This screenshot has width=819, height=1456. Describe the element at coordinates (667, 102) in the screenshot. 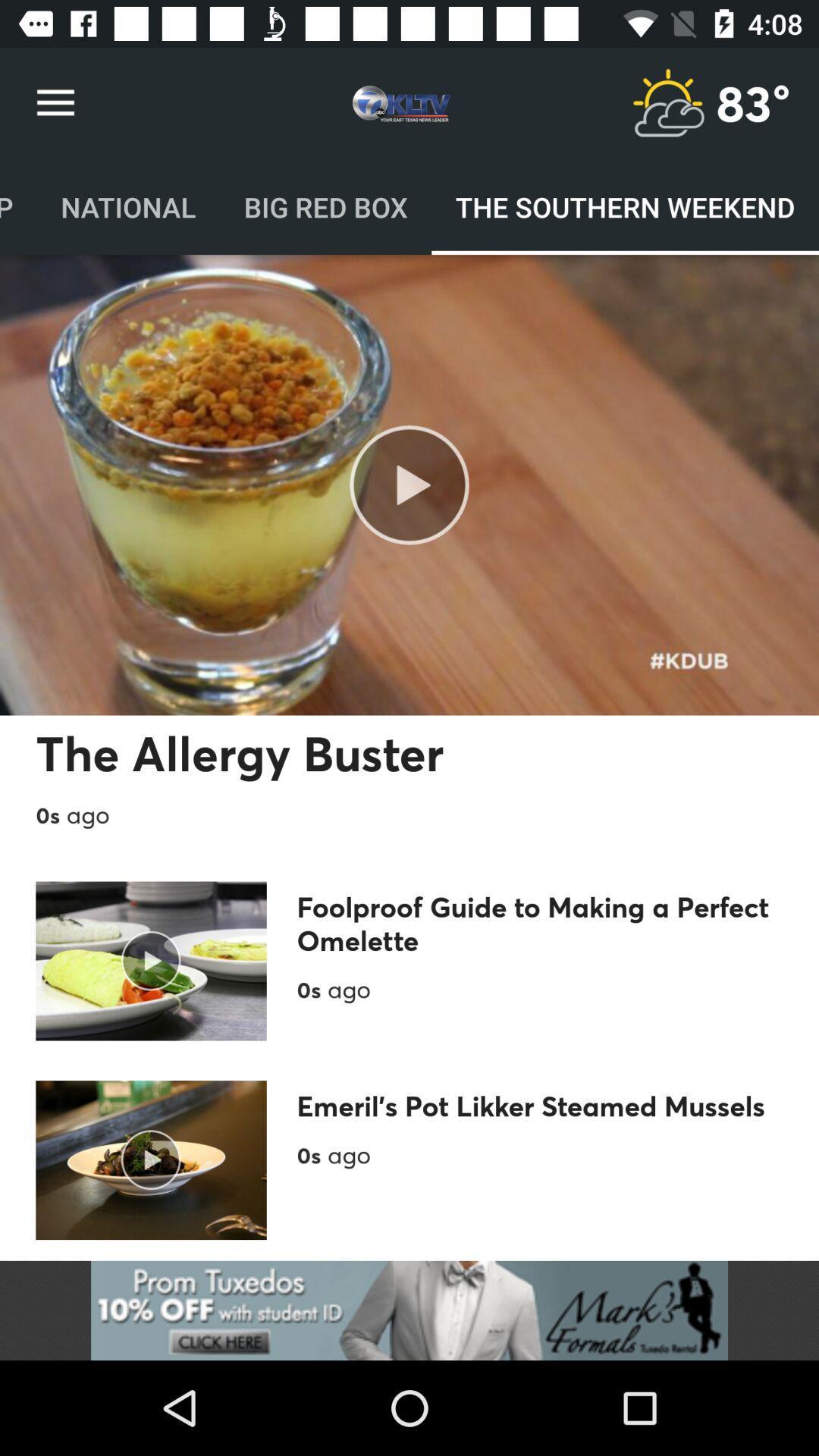

I see `weather` at that location.